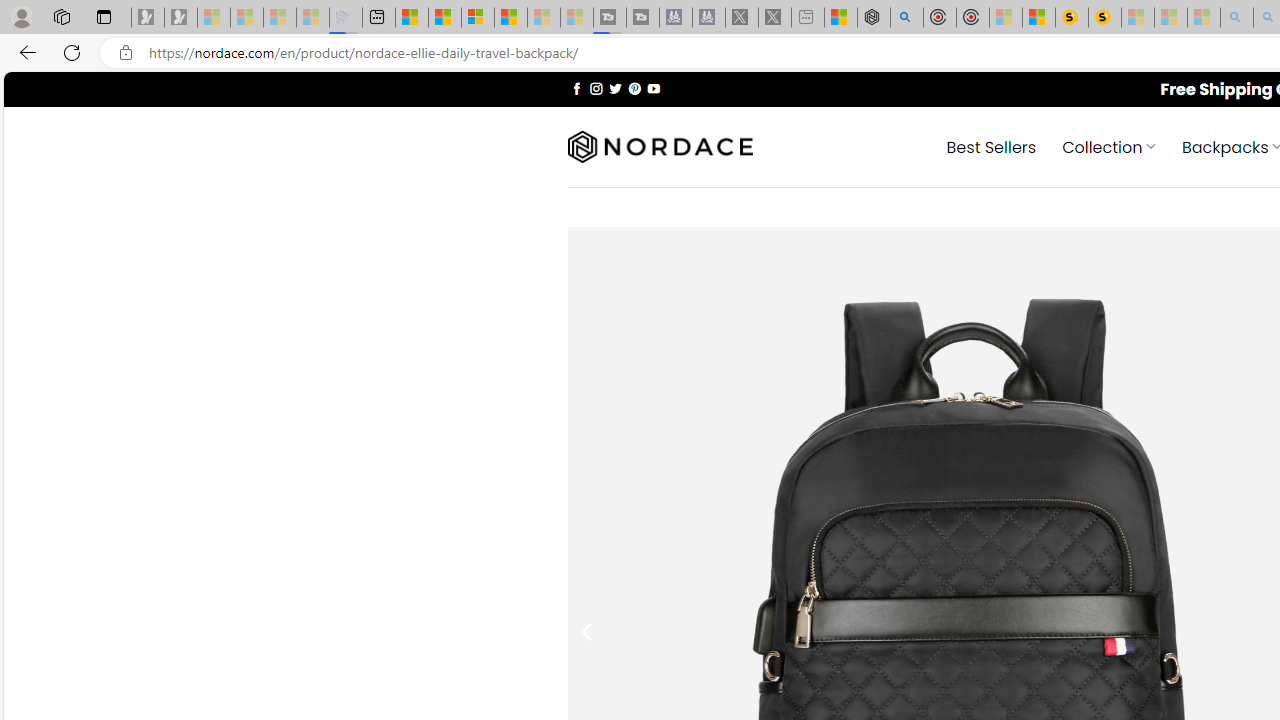 Image resolution: width=1280 pixels, height=720 pixels. Describe the element at coordinates (991, 145) in the screenshot. I see `'  Best Sellers'` at that location.